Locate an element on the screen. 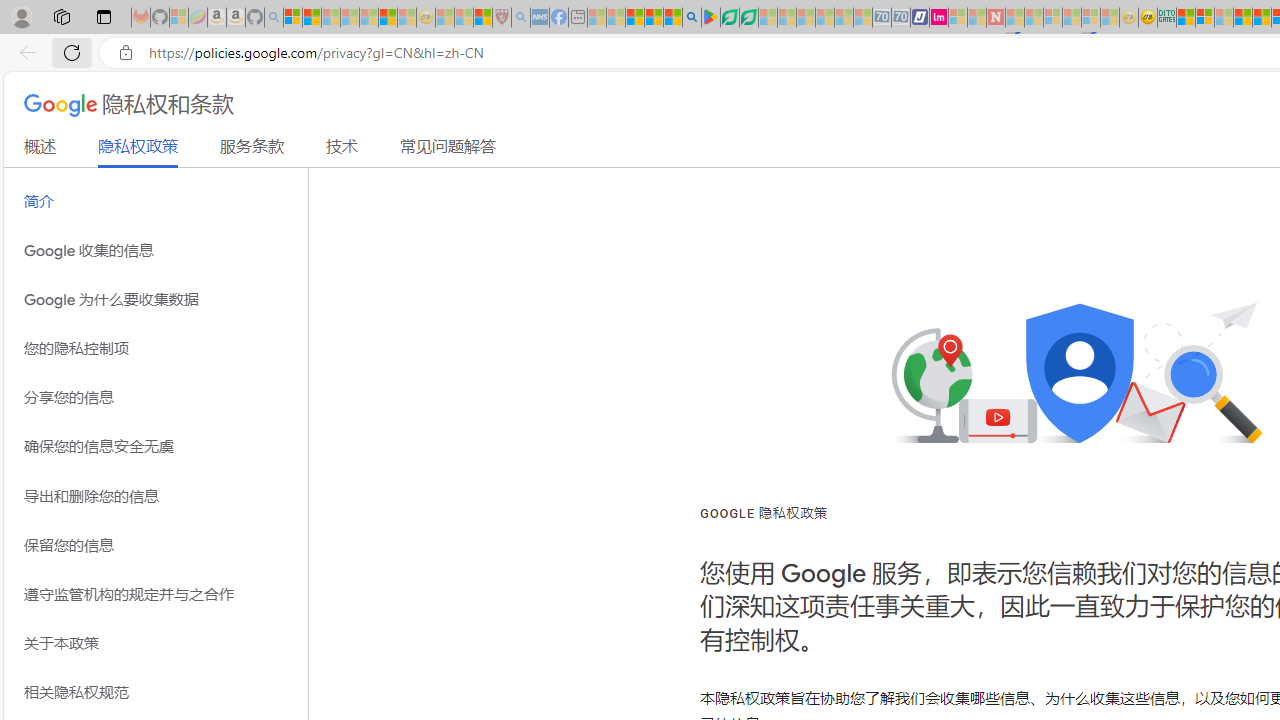 The width and height of the screenshot is (1280, 720). 'Jobs - lastminute.com Investor Portal' is located at coordinates (938, 17).